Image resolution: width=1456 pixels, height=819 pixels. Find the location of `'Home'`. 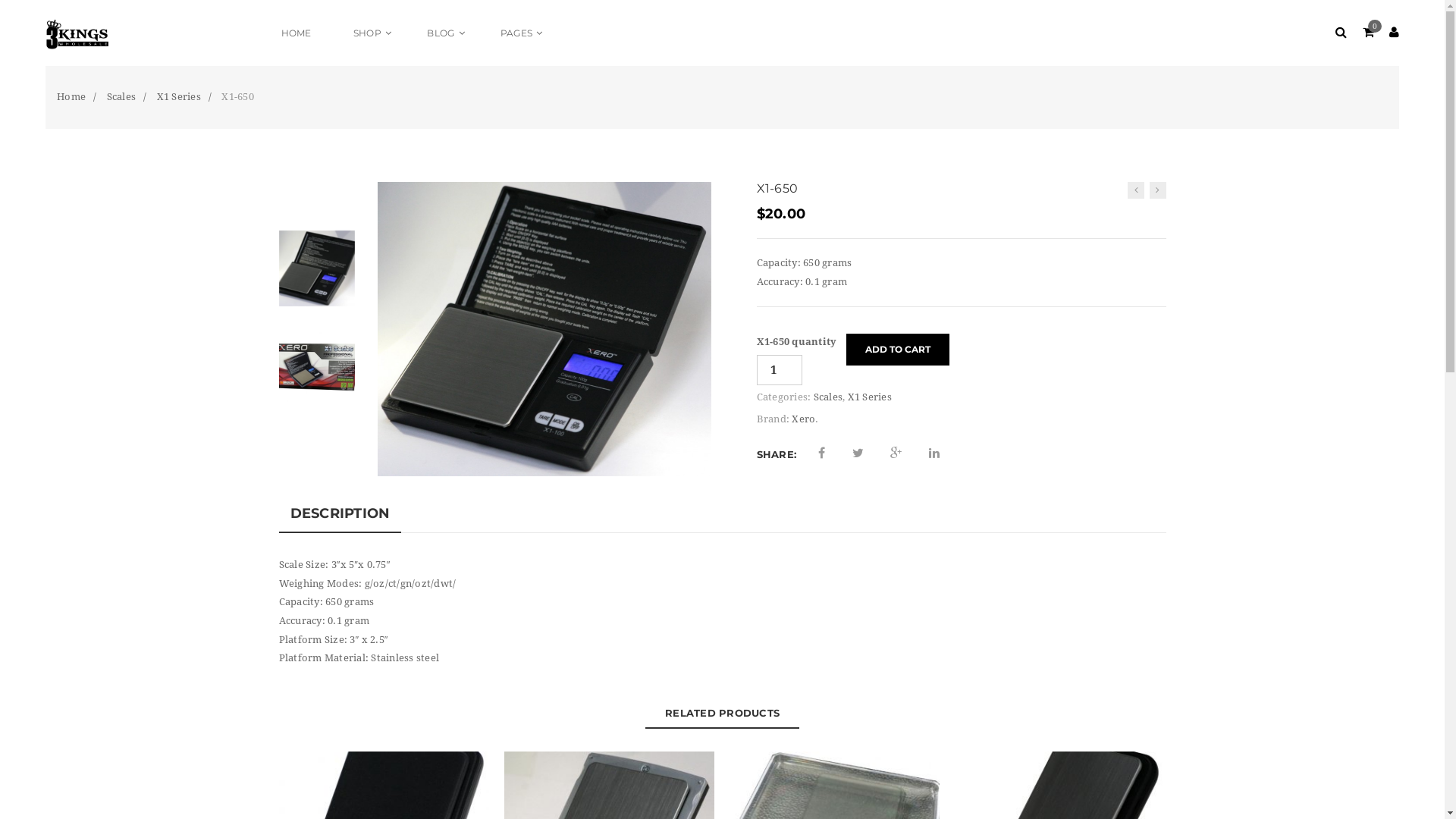

'Home' is located at coordinates (71, 96).